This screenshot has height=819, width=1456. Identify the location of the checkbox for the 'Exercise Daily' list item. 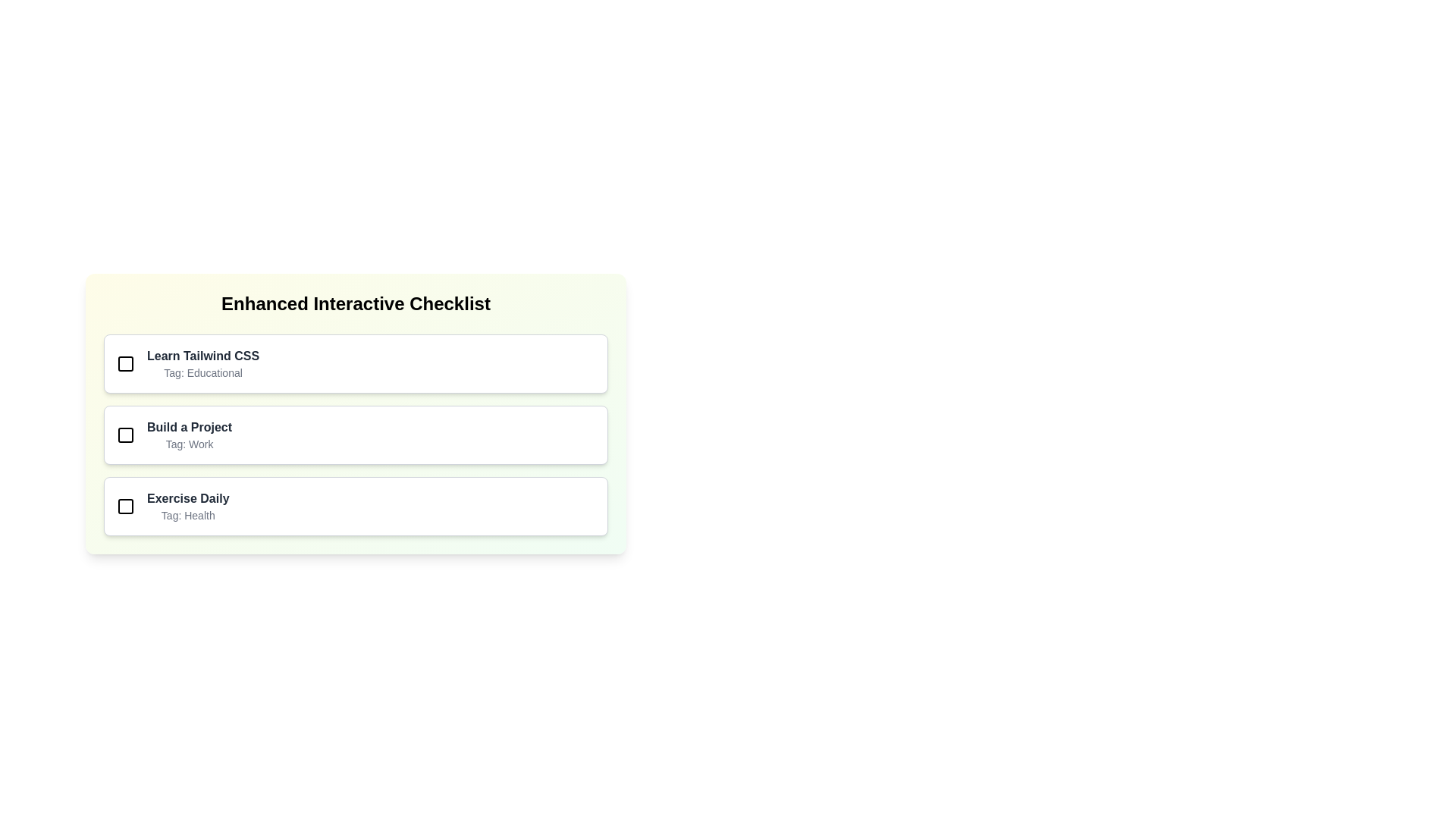
(126, 506).